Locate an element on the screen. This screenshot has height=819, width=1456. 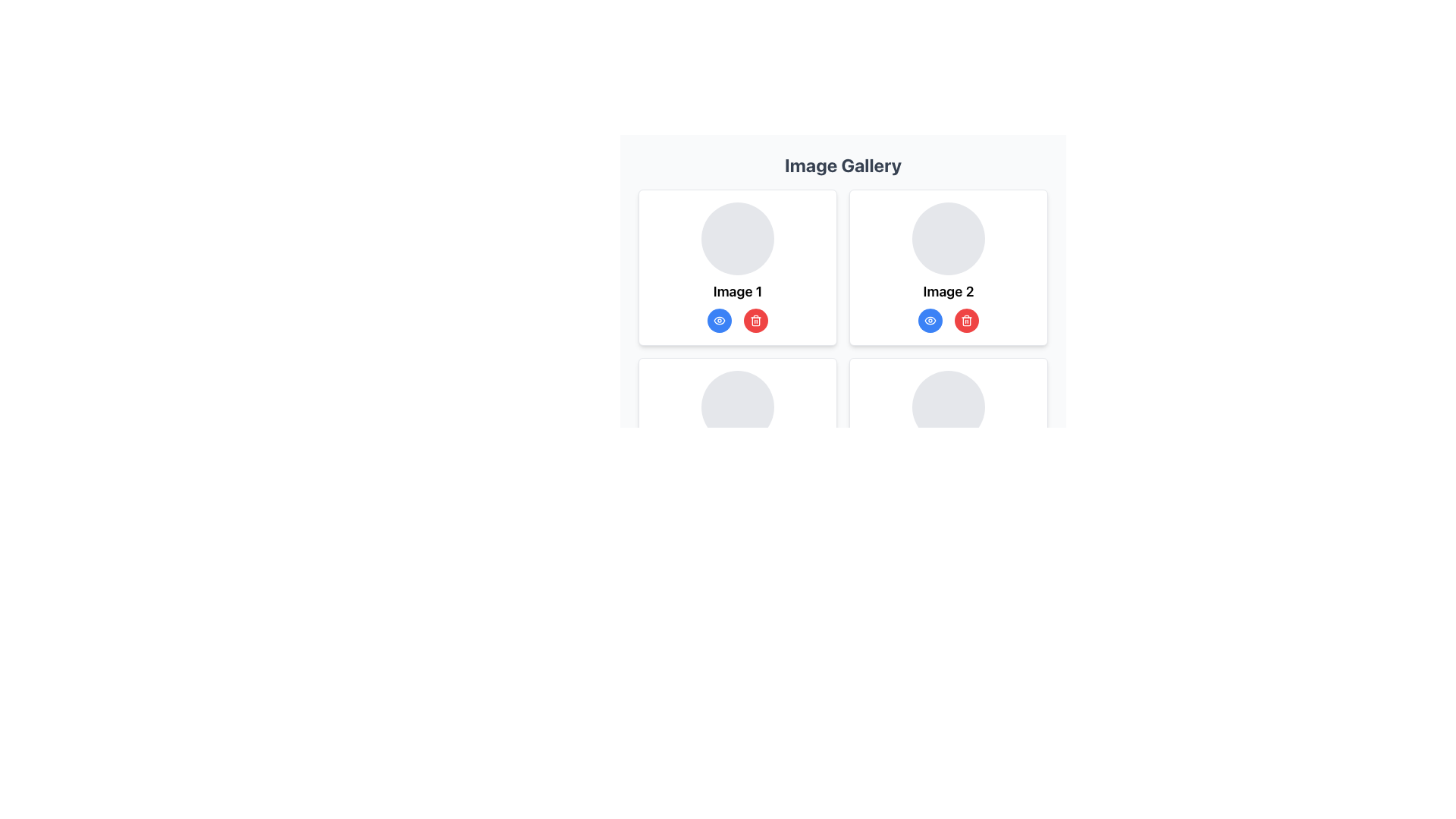
the circular blue button with an eye icon to observe the hover effect is located at coordinates (930, 320).